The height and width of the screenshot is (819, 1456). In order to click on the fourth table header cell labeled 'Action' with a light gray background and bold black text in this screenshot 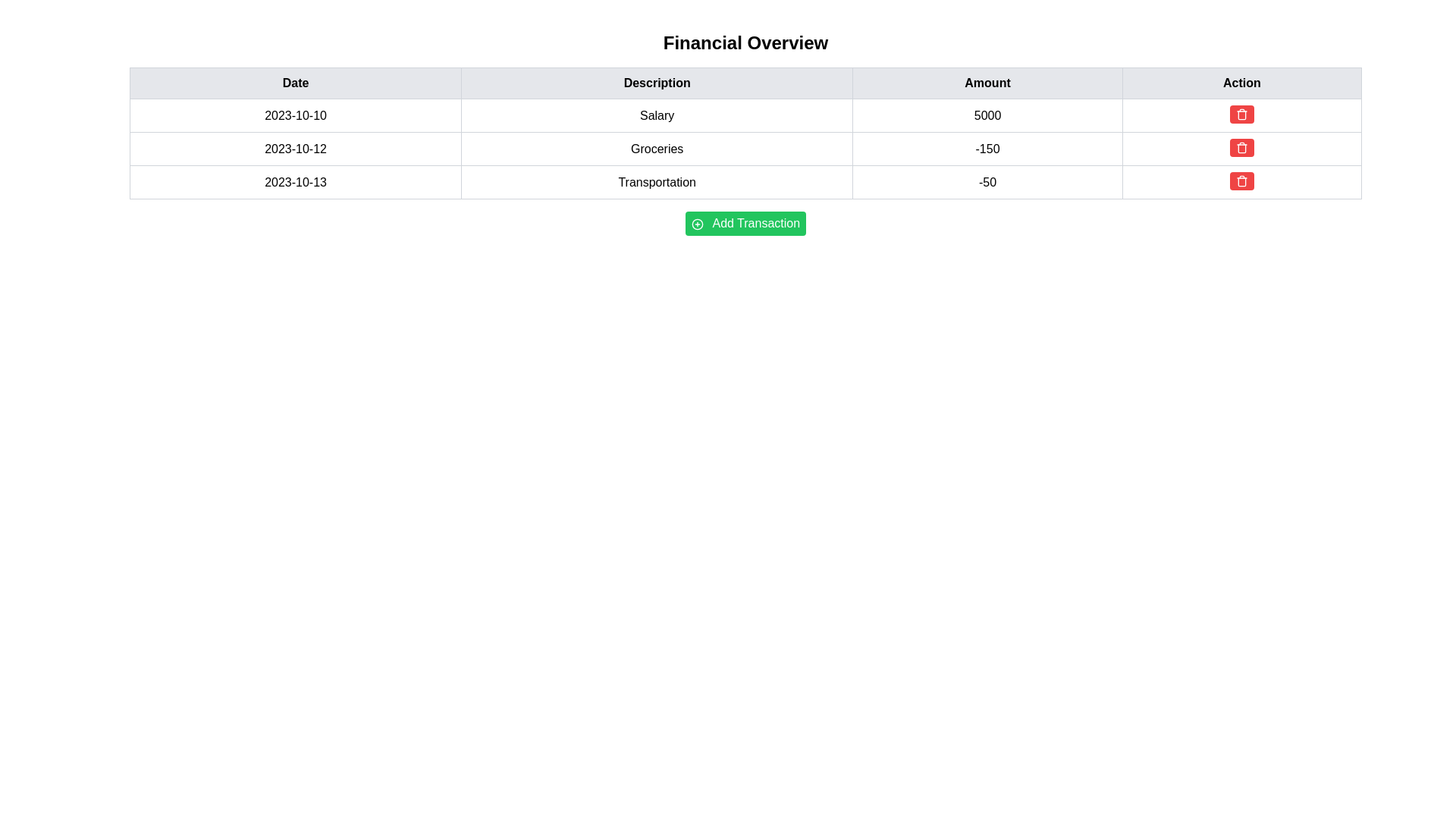, I will do `click(1241, 83)`.